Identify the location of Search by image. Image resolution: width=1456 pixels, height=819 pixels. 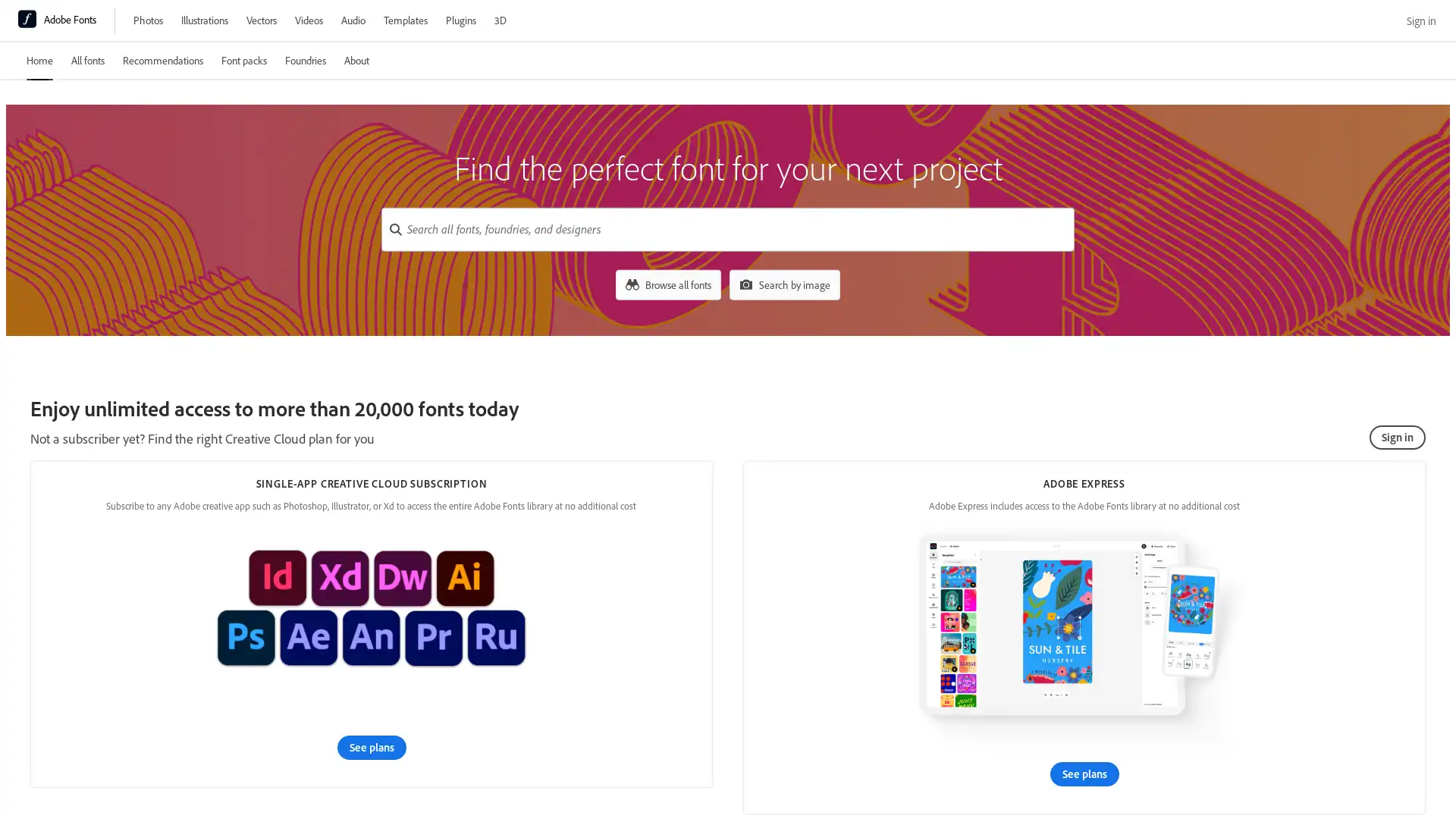
(785, 284).